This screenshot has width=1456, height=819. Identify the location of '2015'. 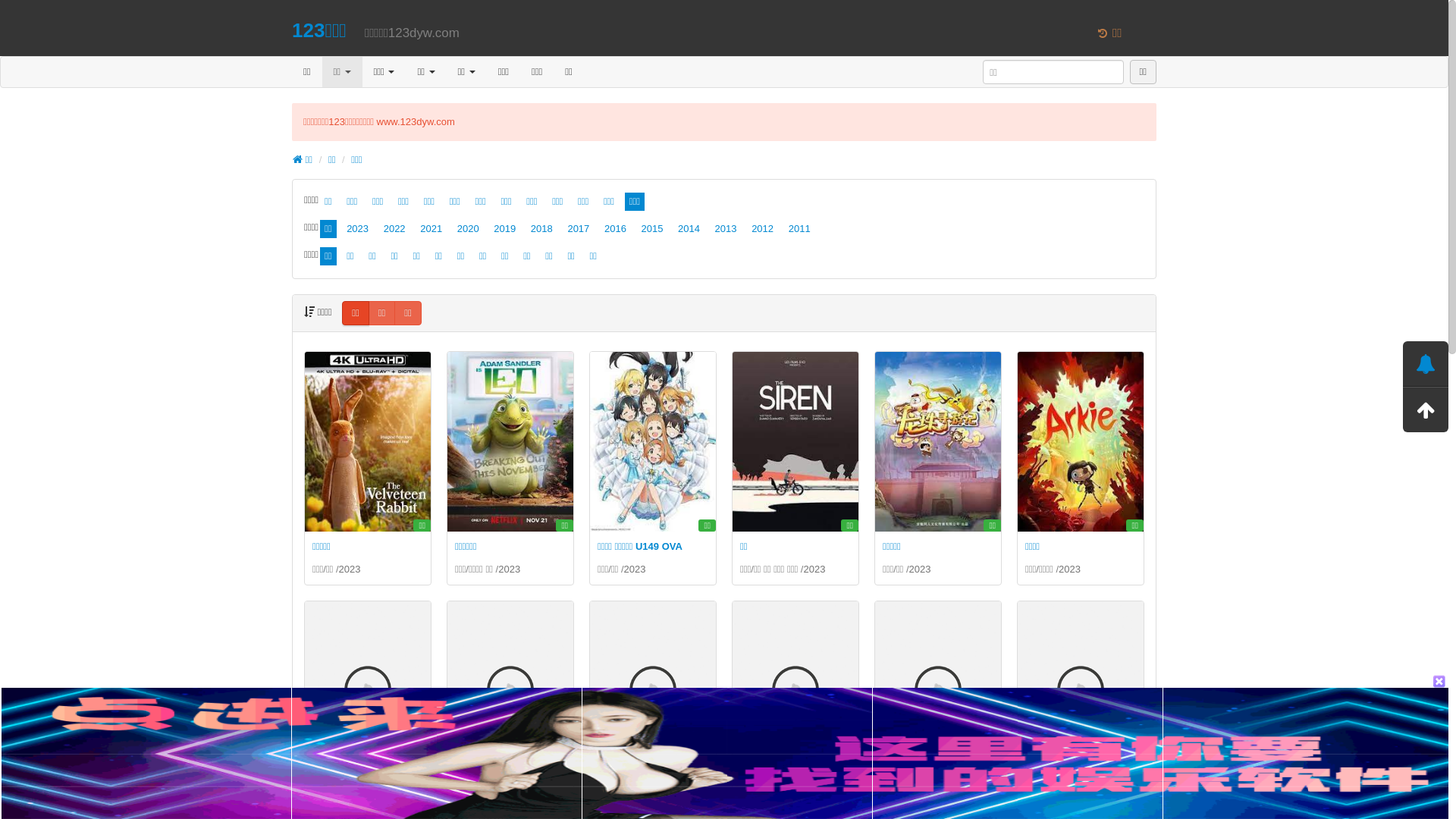
(641, 228).